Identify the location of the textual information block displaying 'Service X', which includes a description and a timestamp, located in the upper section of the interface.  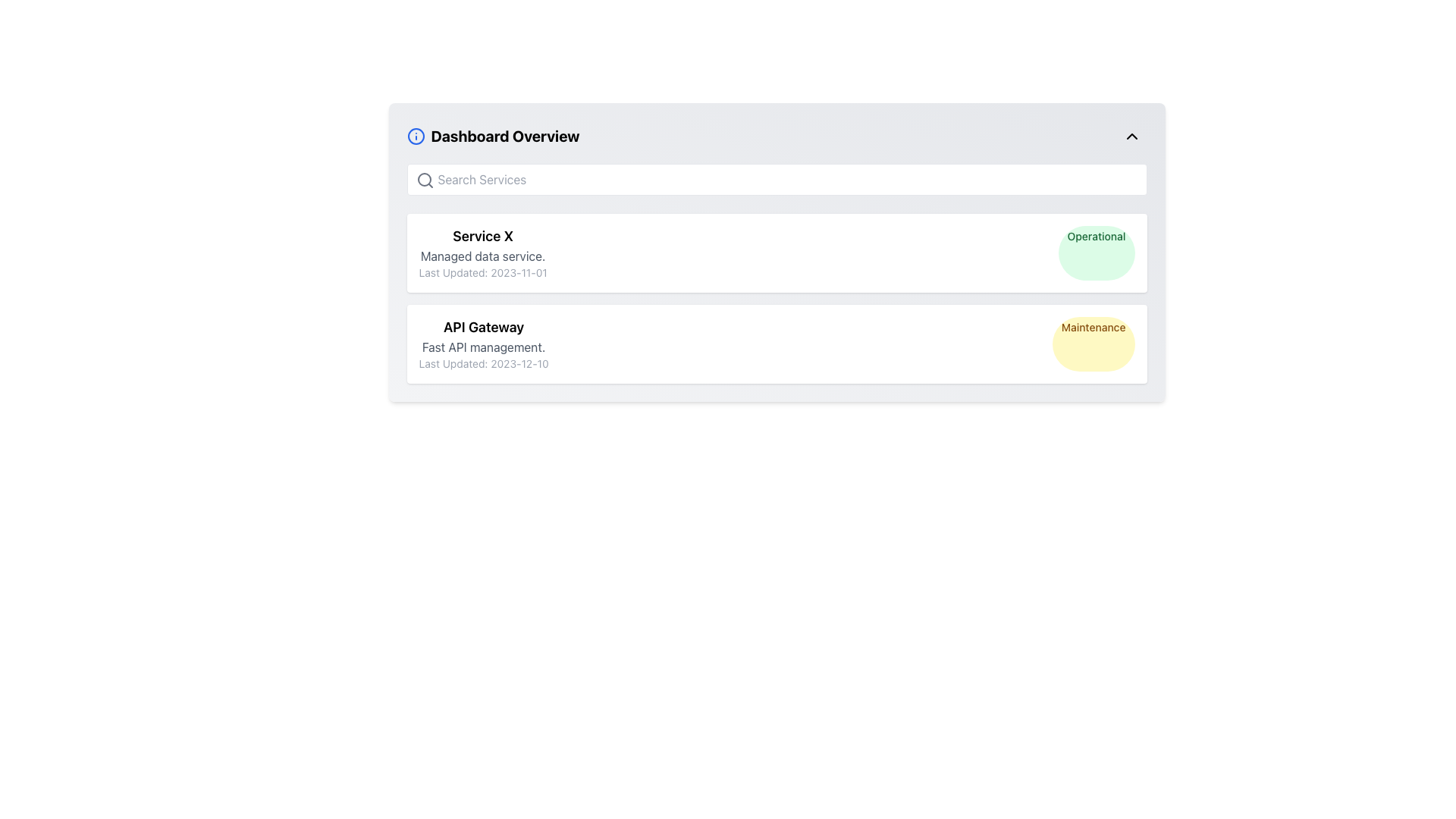
(482, 253).